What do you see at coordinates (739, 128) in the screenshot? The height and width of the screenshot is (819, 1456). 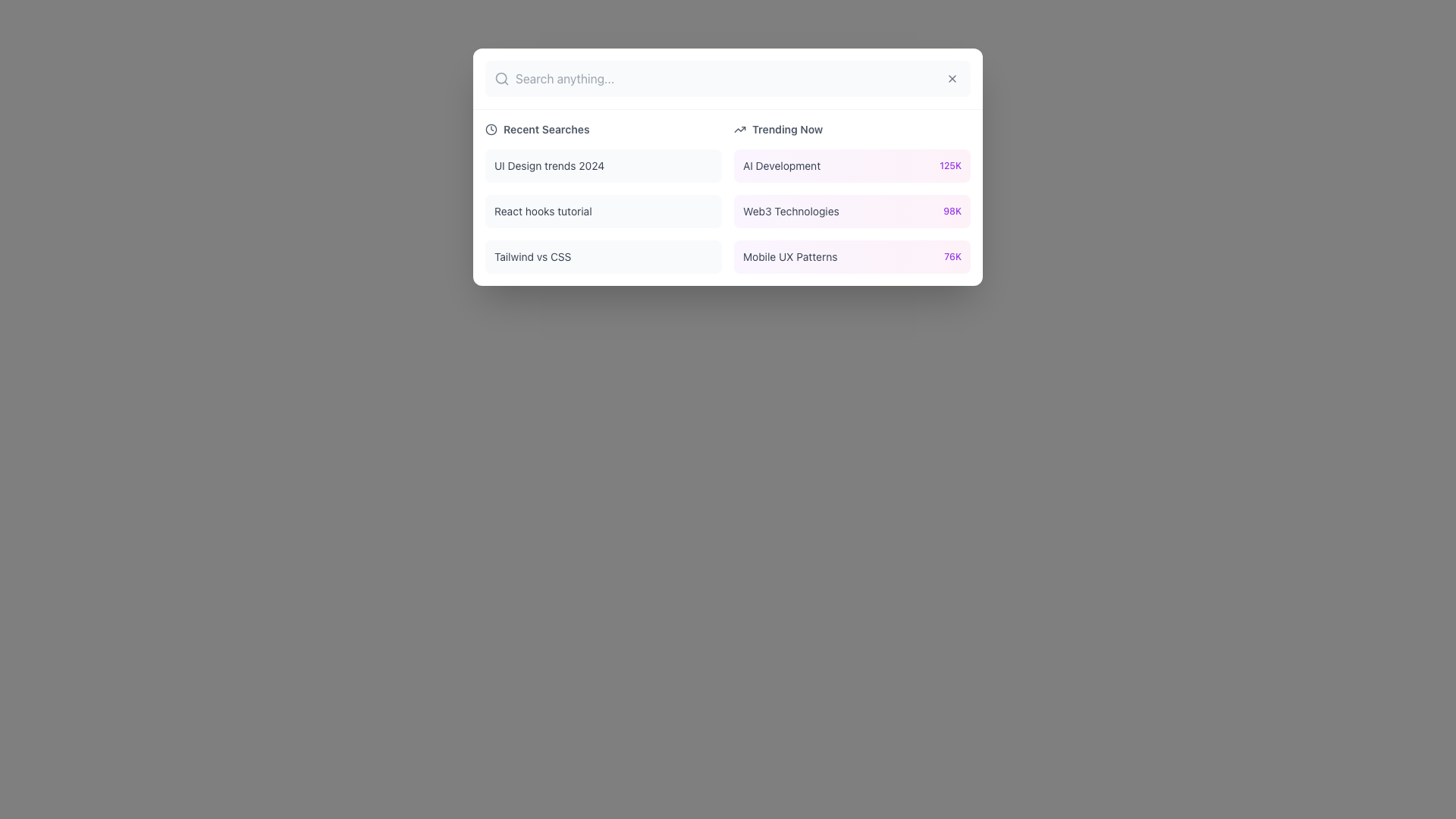 I see `the trending icon located to the left of the 'Trending Now' label in the 'Trending Now' section` at bounding box center [739, 128].